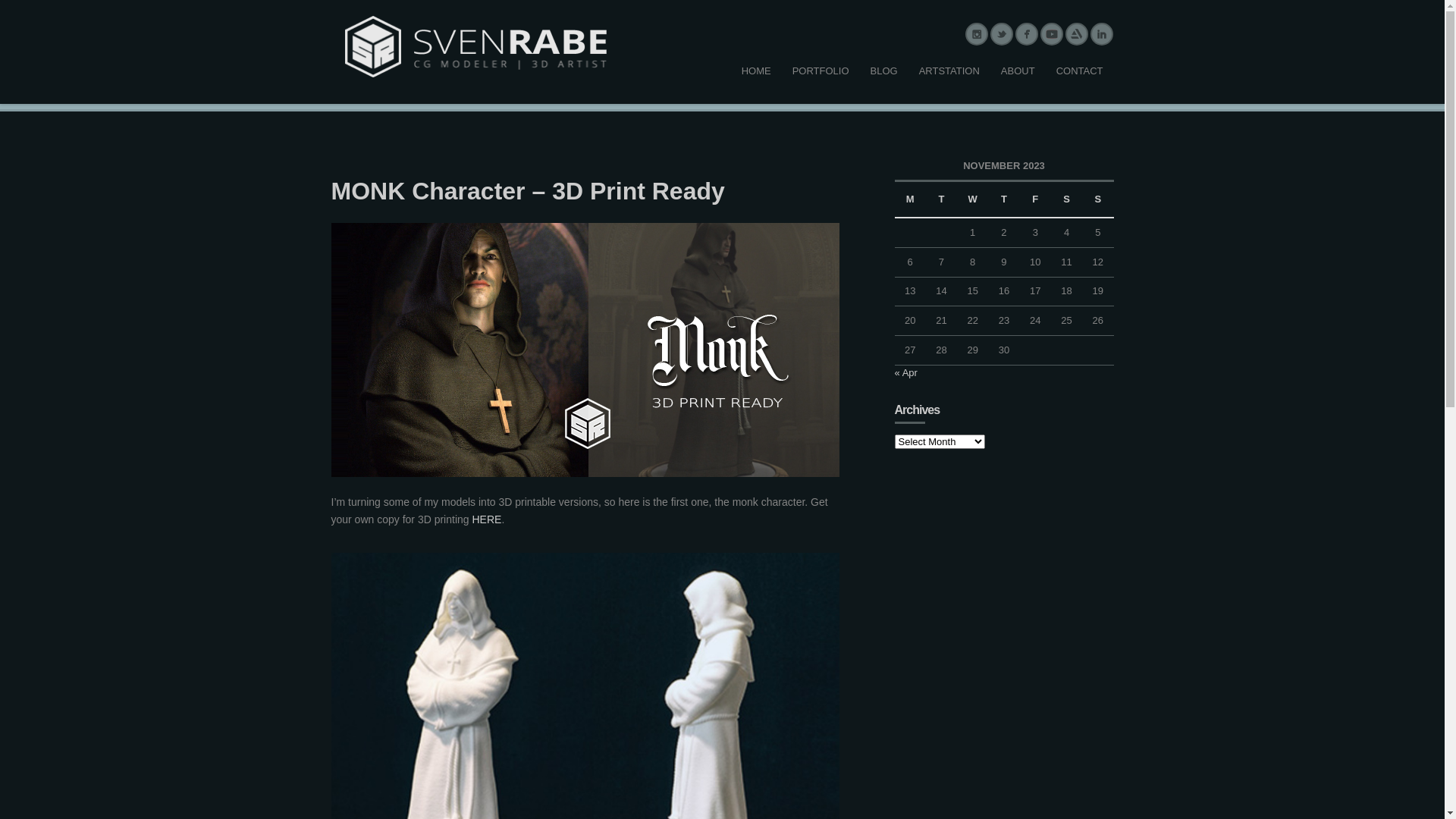  Describe the element at coordinates (1101, 34) in the screenshot. I see `'LinkedIn Profile'` at that location.